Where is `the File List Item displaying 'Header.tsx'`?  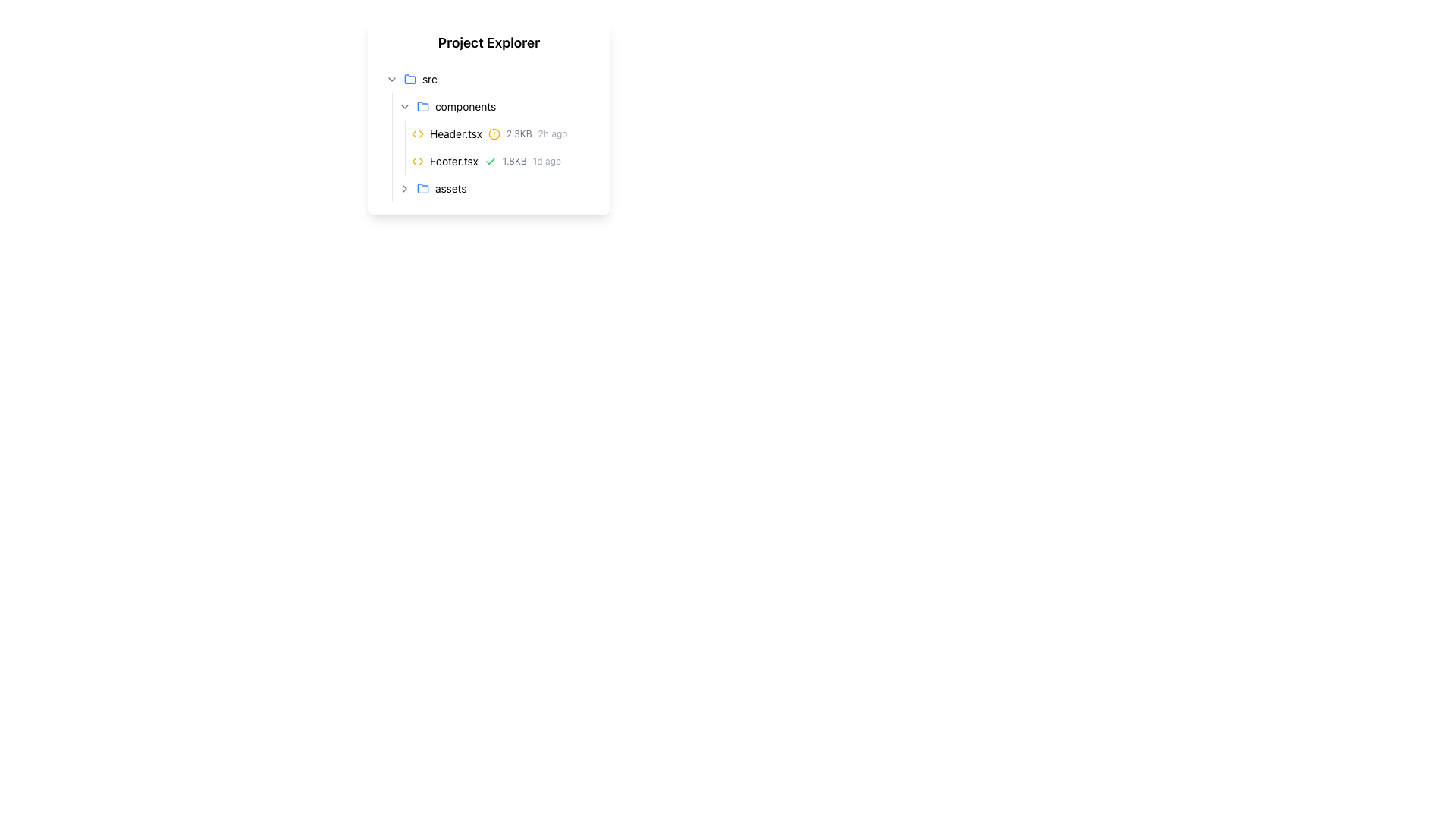
the File List Item displaying 'Header.tsx' is located at coordinates (495, 133).